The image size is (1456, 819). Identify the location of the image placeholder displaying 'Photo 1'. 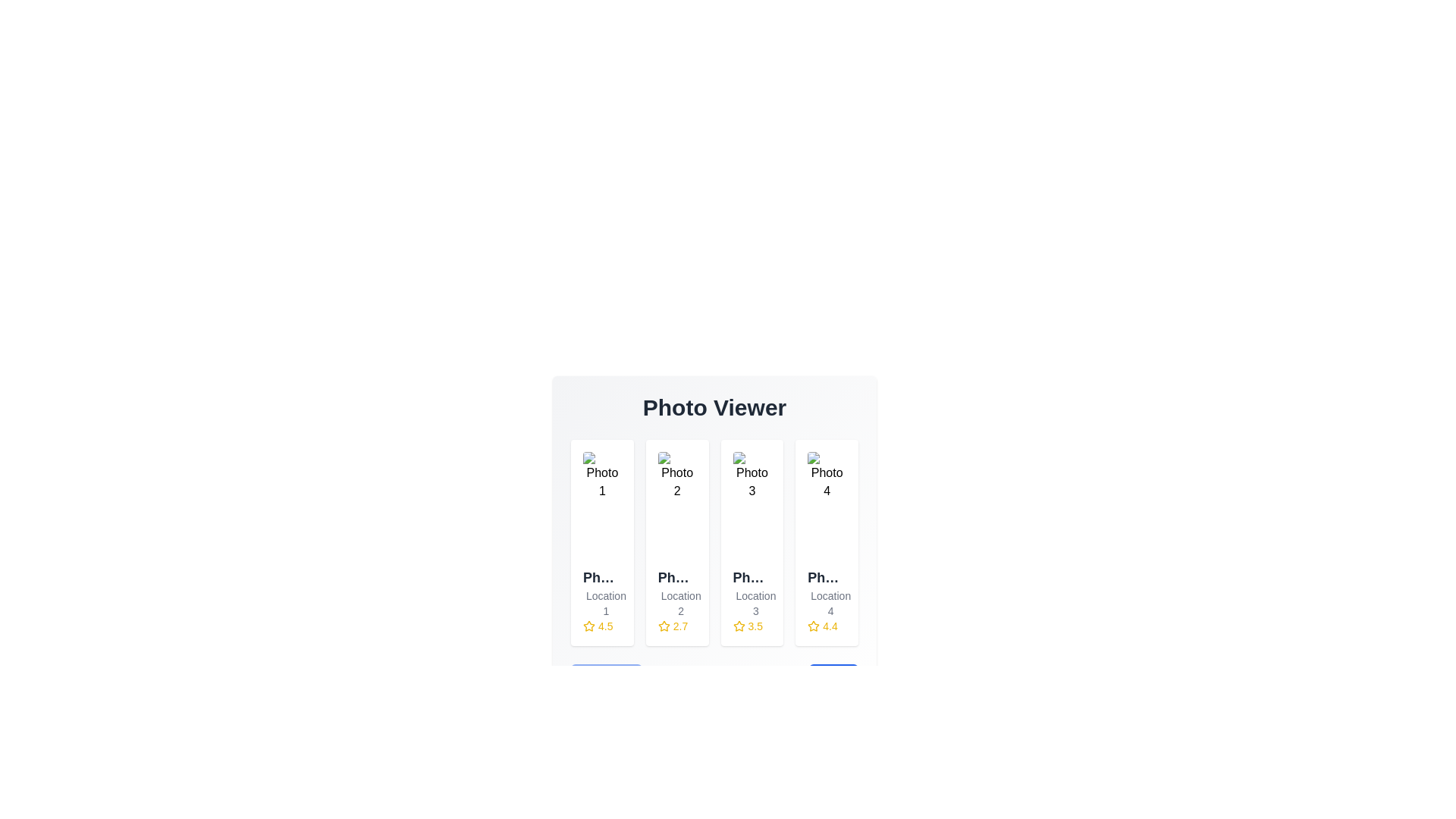
(601, 506).